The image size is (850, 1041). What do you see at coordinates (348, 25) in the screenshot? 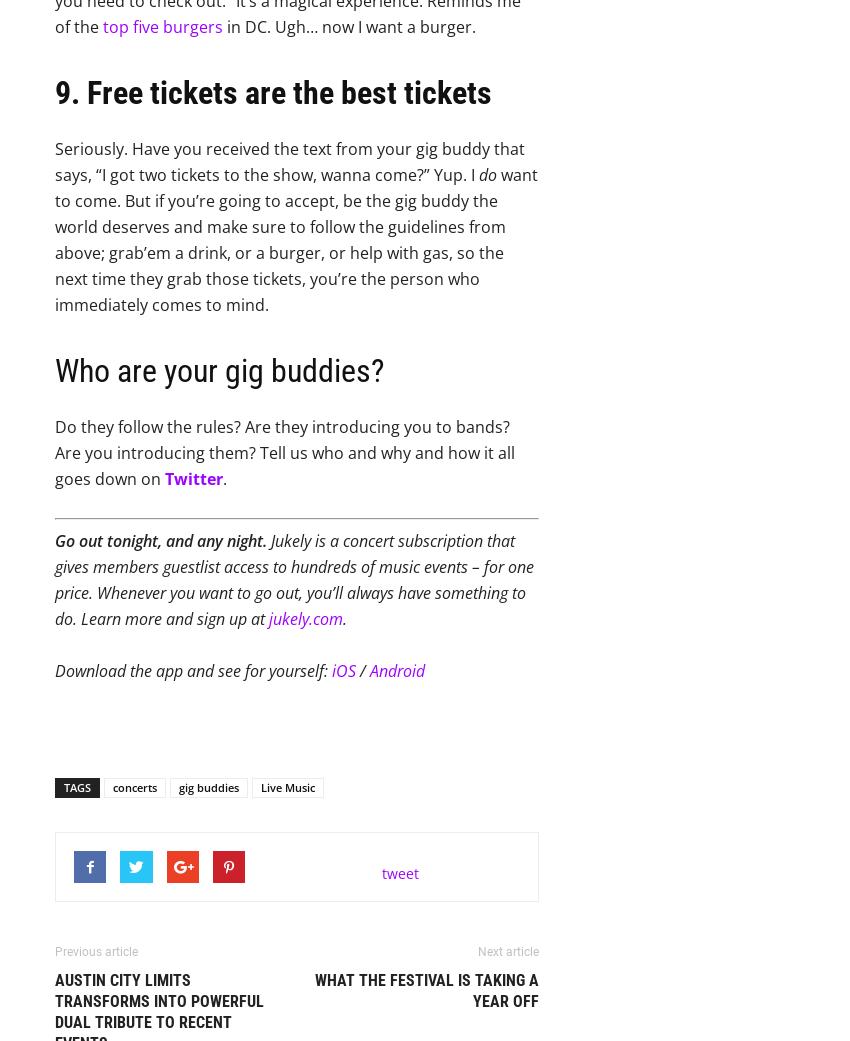
I see `'in DC. Ugh… now I want a burger.'` at bounding box center [348, 25].